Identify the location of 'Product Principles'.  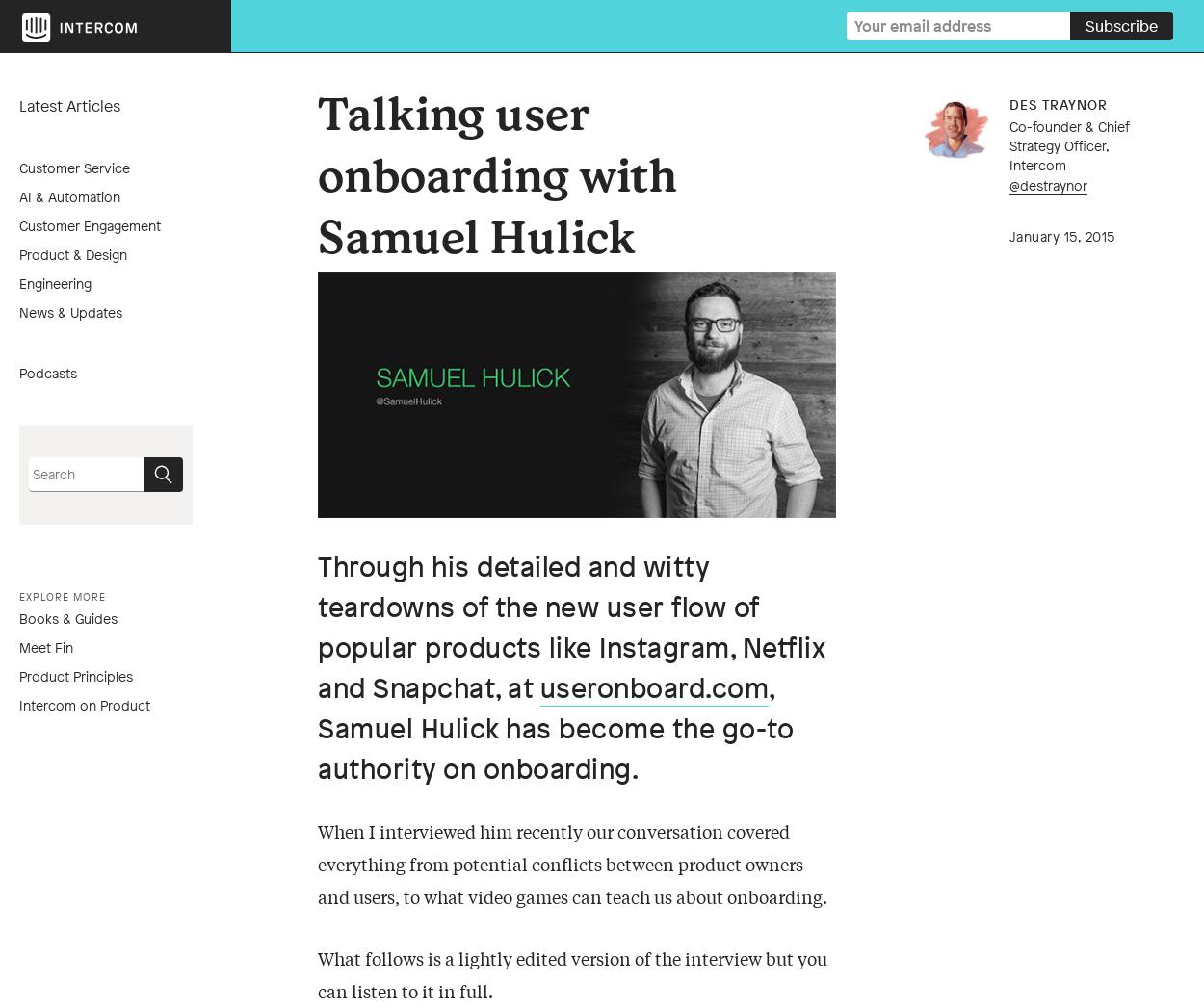
(75, 674).